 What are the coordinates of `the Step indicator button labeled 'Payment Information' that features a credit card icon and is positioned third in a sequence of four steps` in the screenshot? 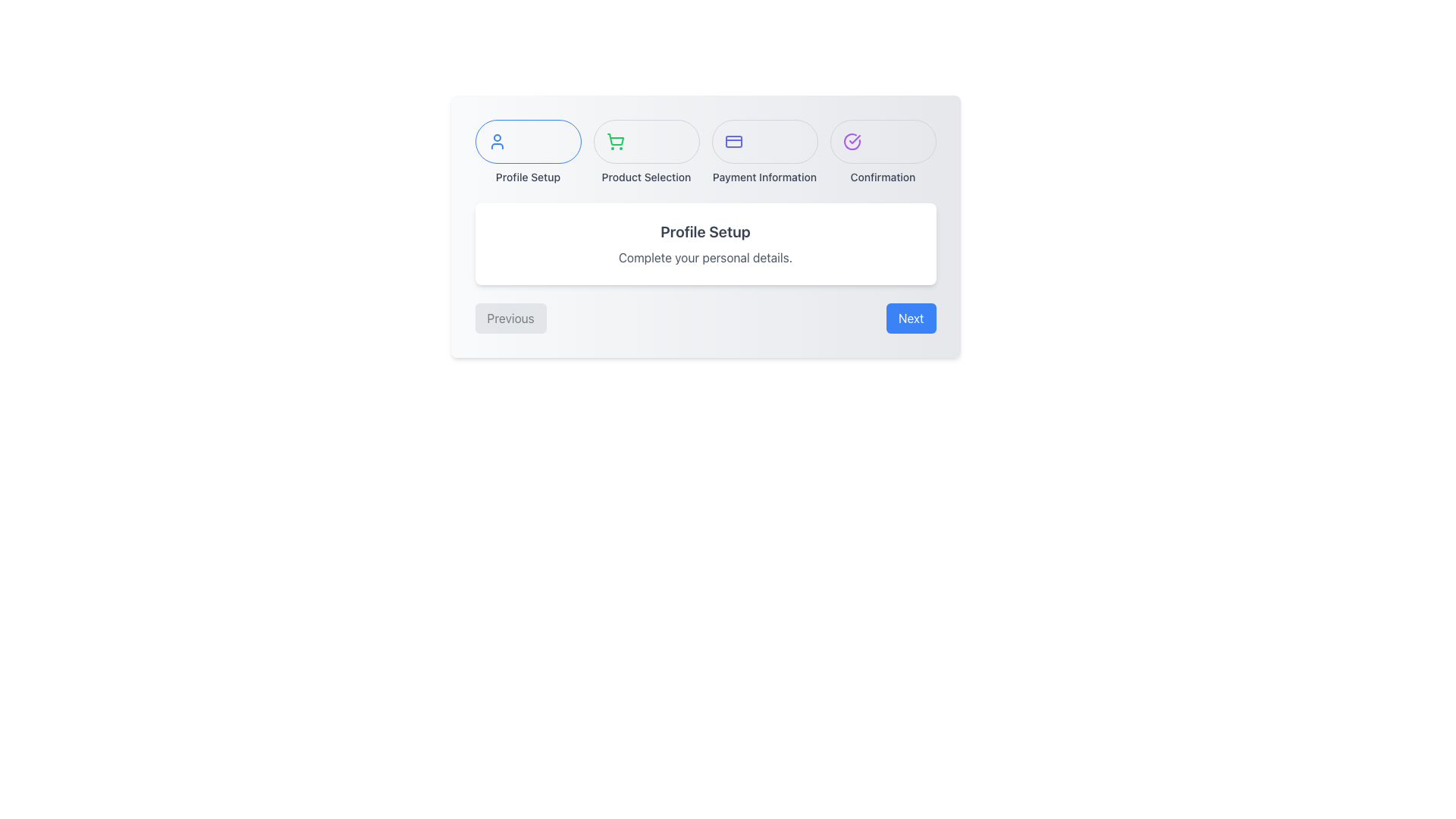 It's located at (764, 152).